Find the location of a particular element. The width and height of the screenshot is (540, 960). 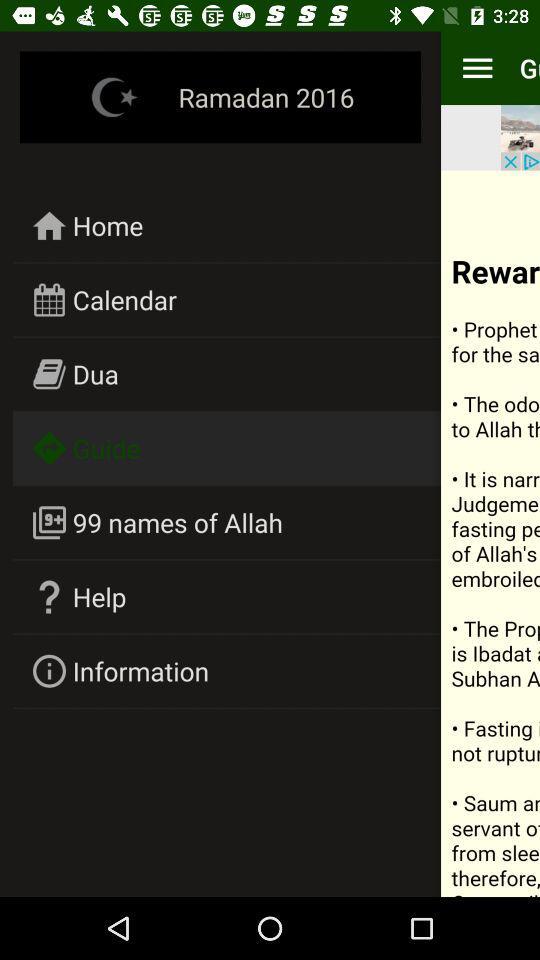

the item above dua icon is located at coordinates (124, 298).